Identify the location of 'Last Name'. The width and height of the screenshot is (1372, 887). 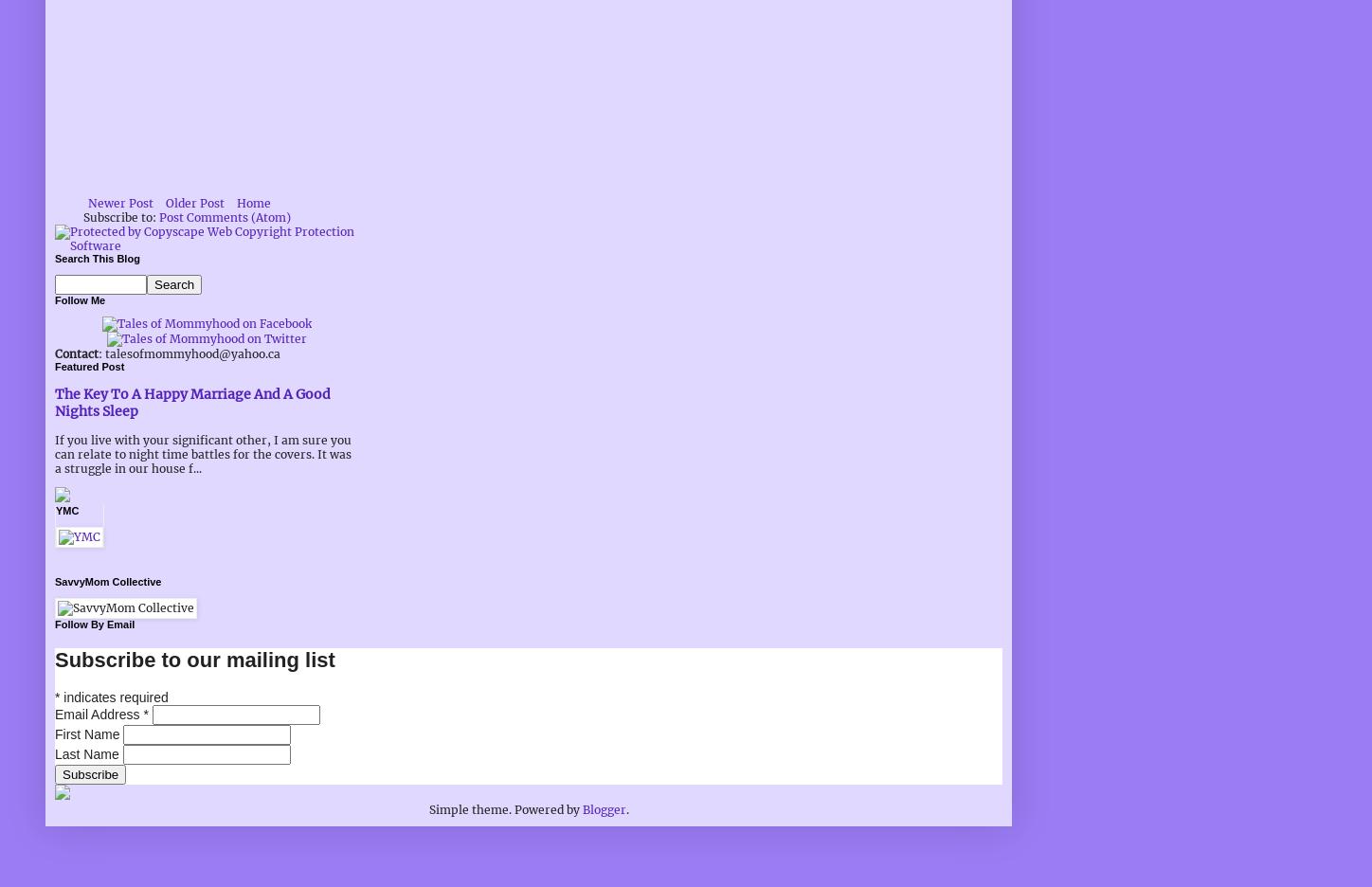
(87, 752).